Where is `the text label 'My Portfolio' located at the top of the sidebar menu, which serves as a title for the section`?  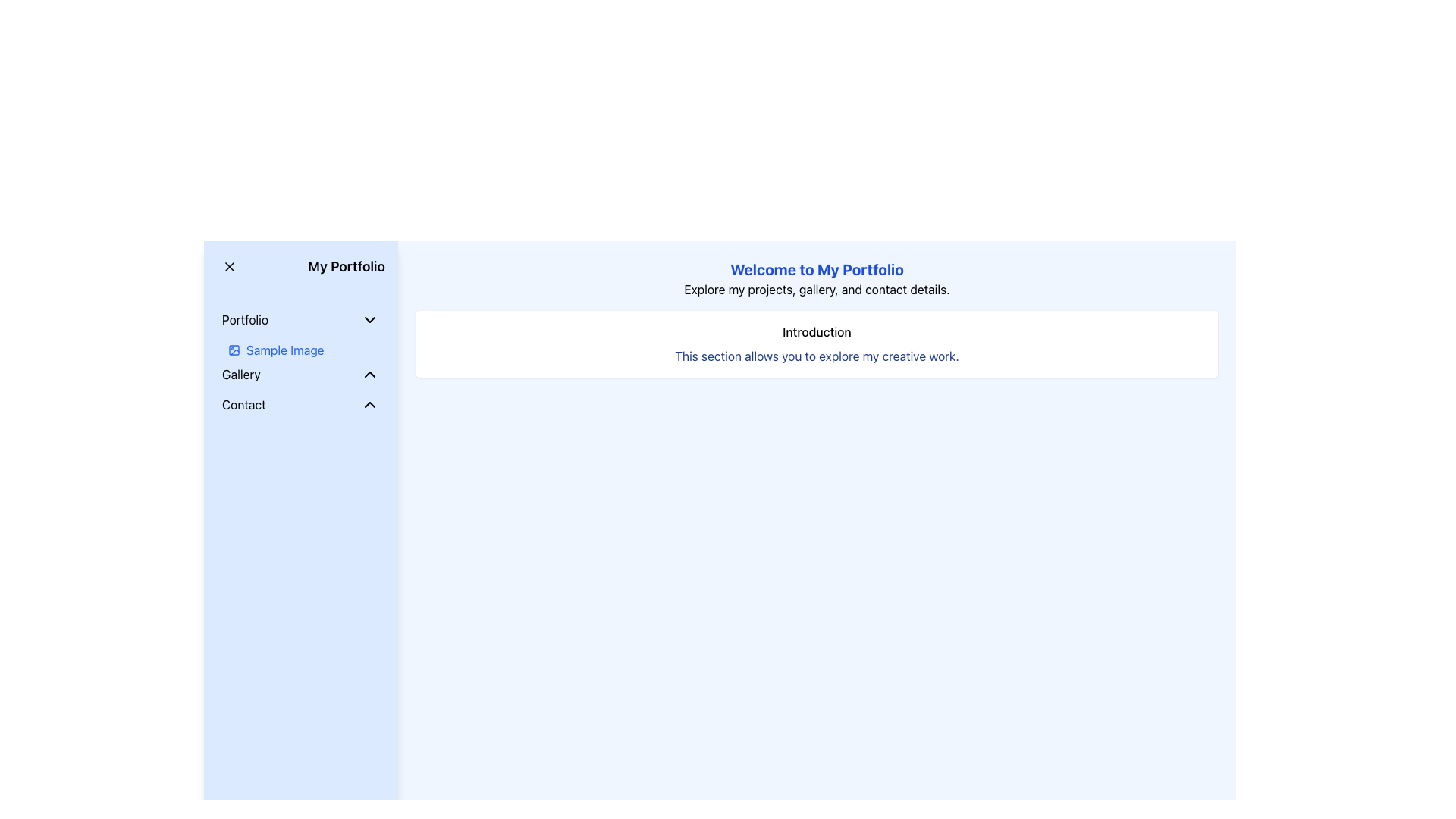 the text label 'My Portfolio' located at the top of the sidebar menu, which serves as a title for the section is located at coordinates (300, 265).